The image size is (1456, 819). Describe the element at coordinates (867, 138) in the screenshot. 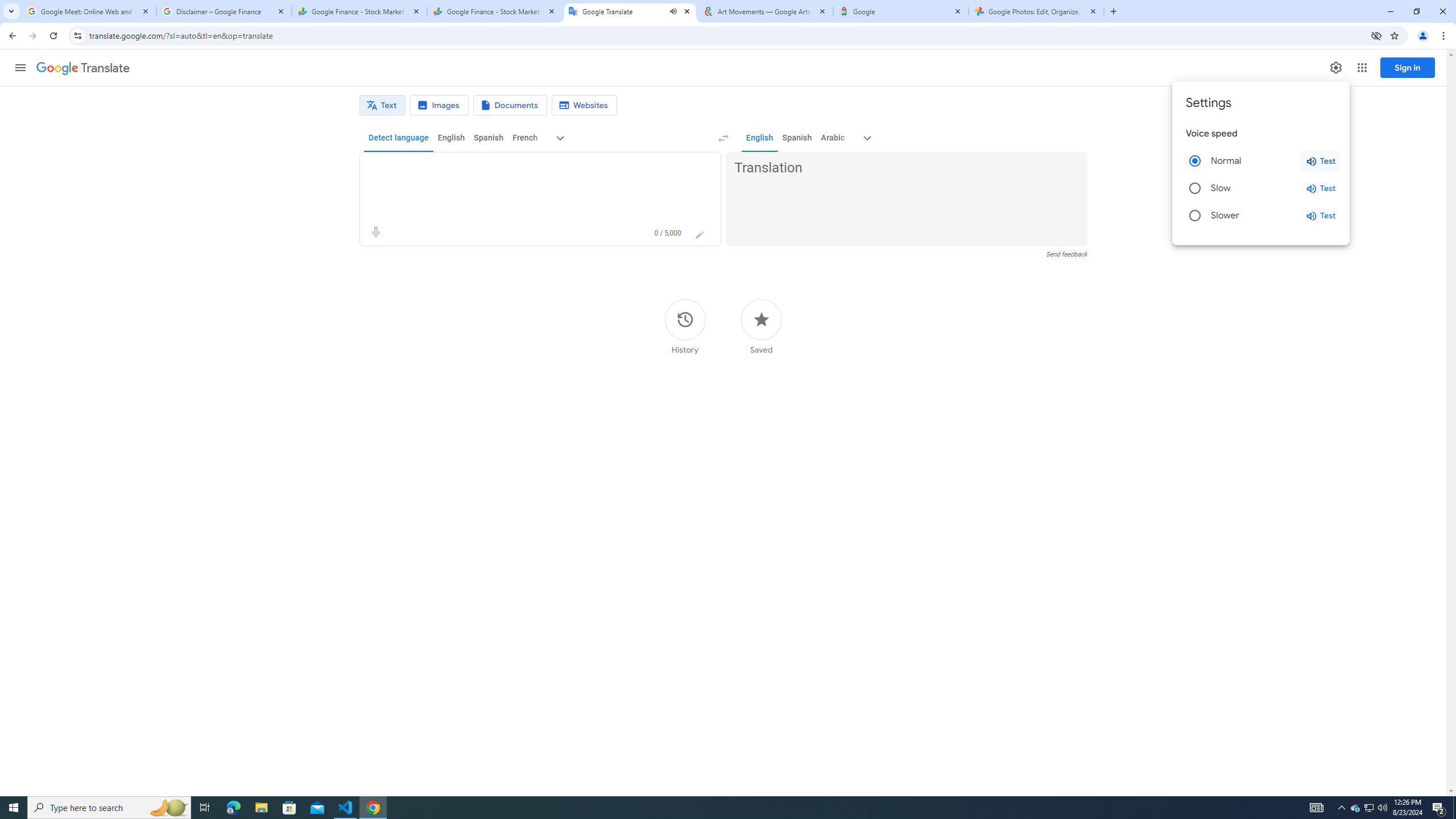

I see `'More target languages'` at that location.